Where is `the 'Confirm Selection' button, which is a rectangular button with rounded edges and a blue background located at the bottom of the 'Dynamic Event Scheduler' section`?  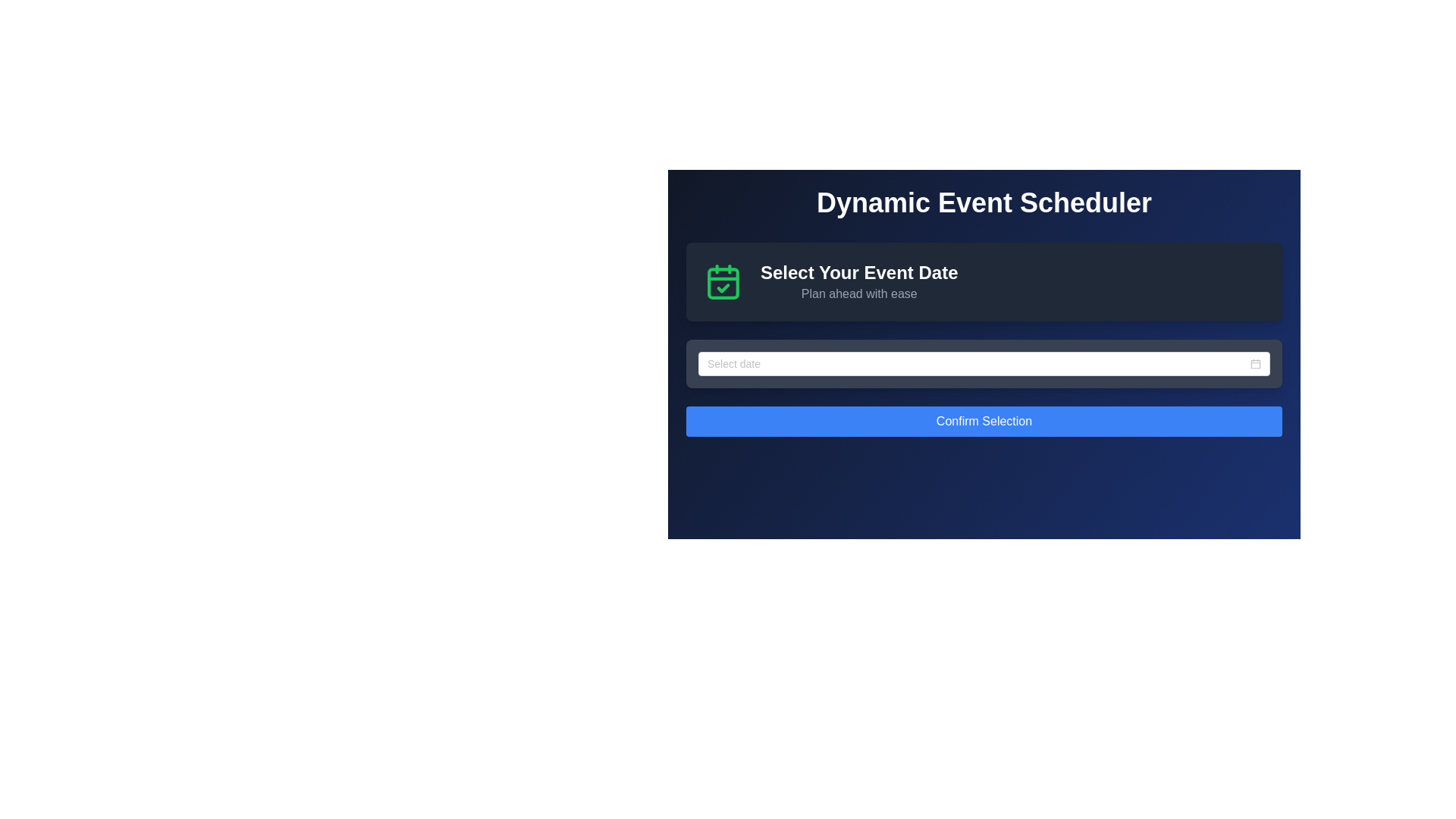 the 'Confirm Selection' button, which is a rectangular button with rounded edges and a blue background located at the bottom of the 'Dynamic Event Scheduler' section is located at coordinates (984, 421).